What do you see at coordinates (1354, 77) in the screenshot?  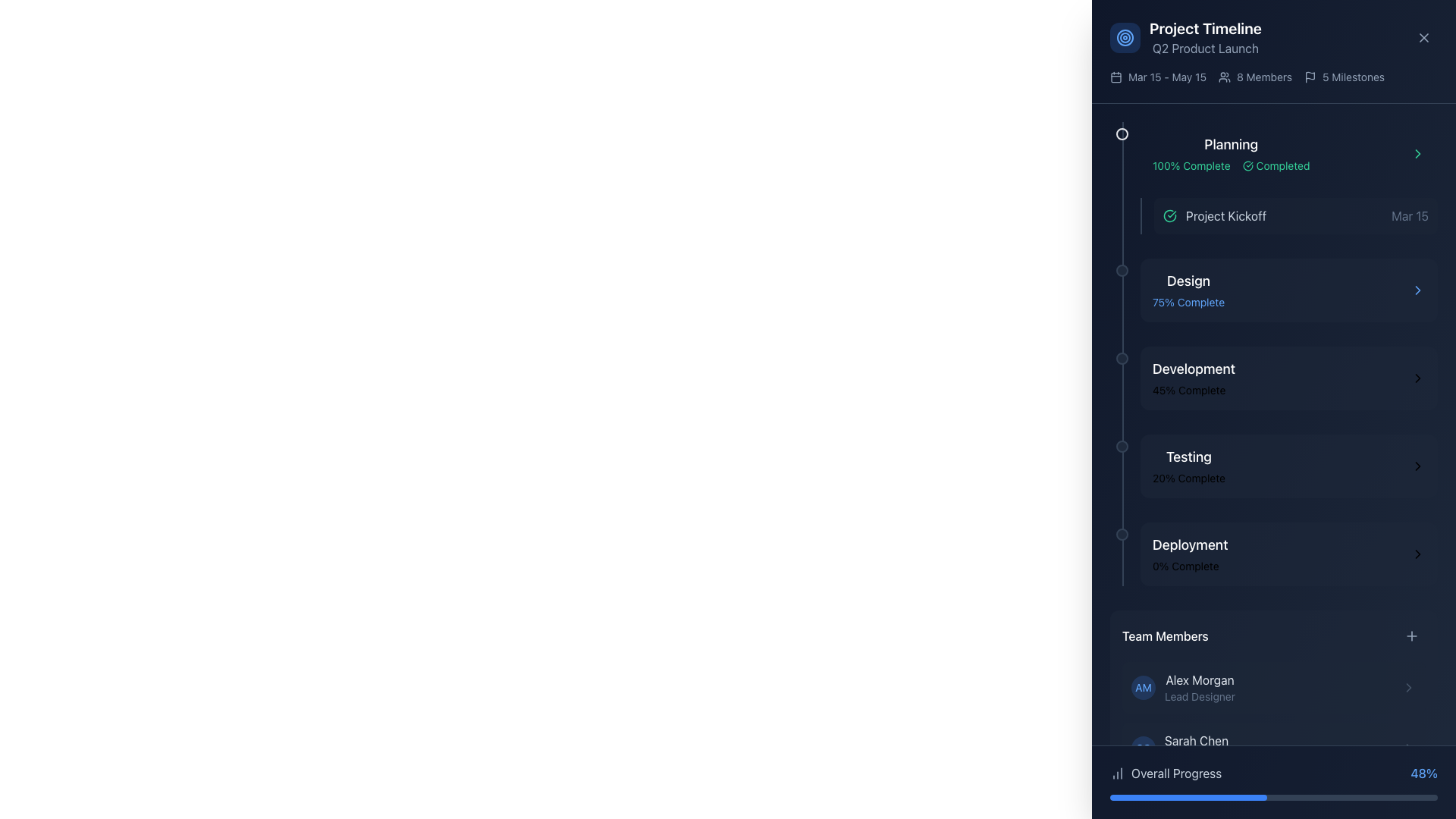 I see `the text label displaying '5 Milestones' in a light-colored font at the top-right section of the sidebar interface` at bounding box center [1354, 77].